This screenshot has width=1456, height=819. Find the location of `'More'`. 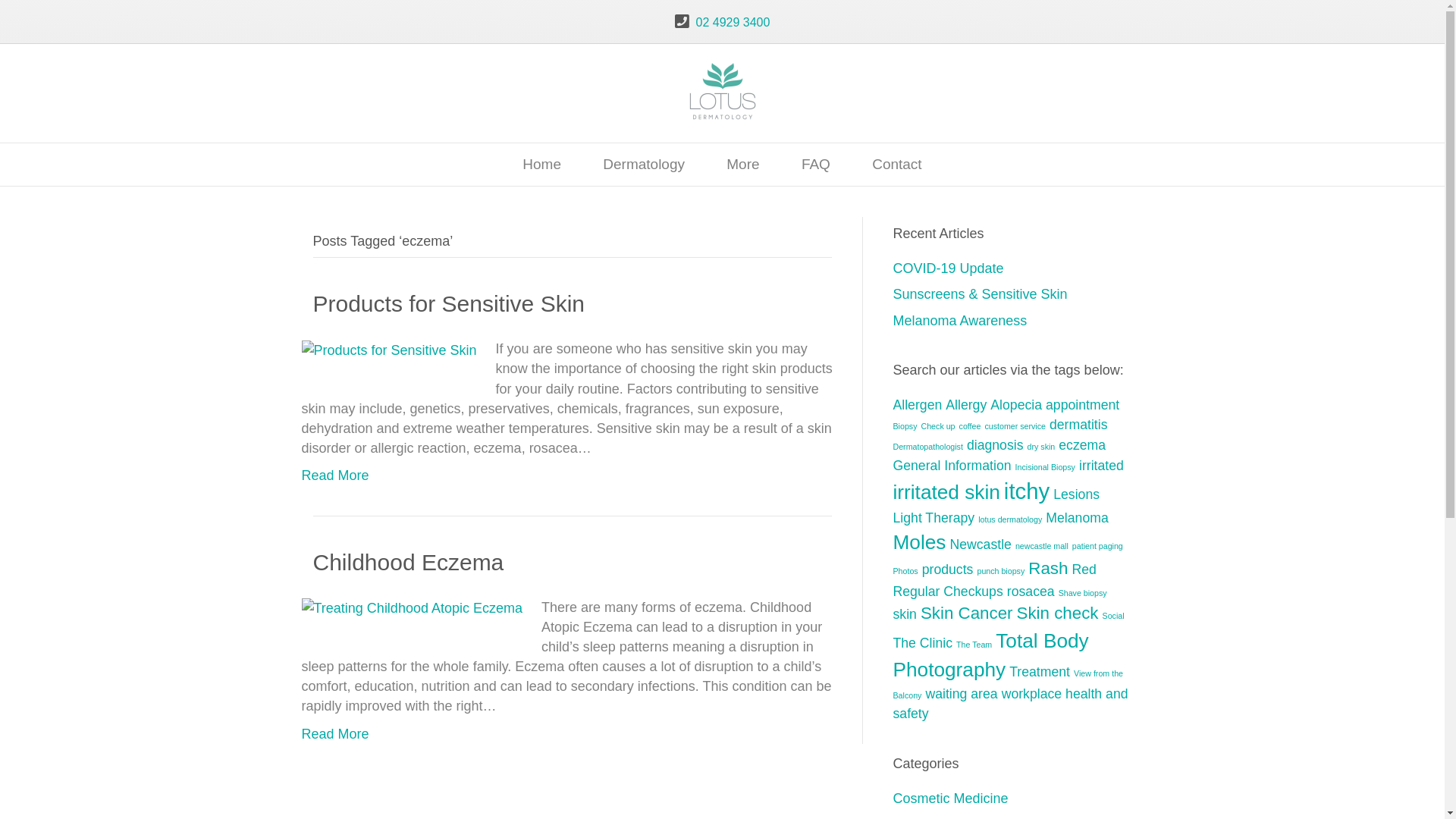

'More' is located at coordinates (742, 165).